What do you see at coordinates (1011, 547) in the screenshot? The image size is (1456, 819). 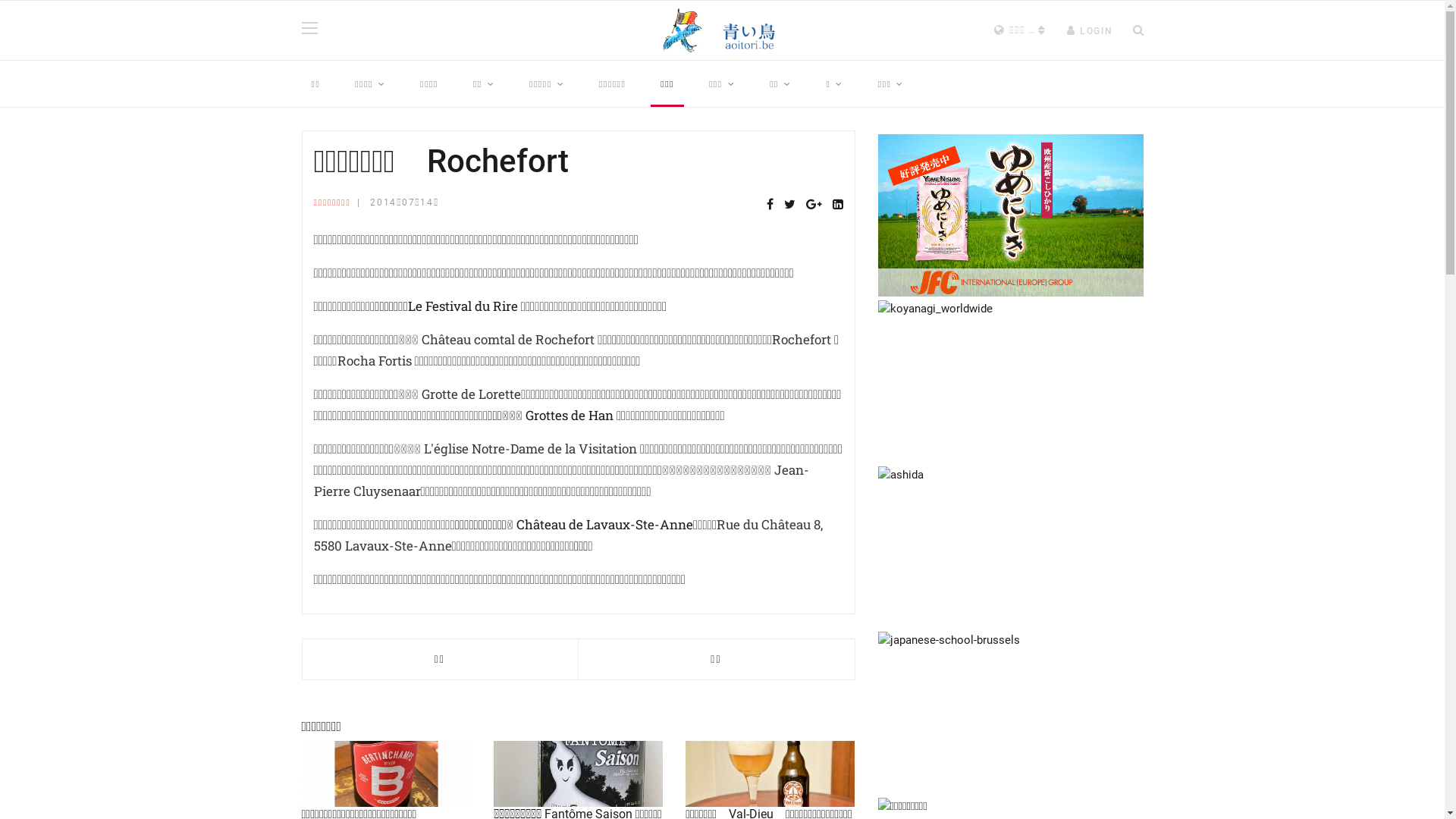 I see `'Ashida 2019'` at bounding box center [1011, 547].